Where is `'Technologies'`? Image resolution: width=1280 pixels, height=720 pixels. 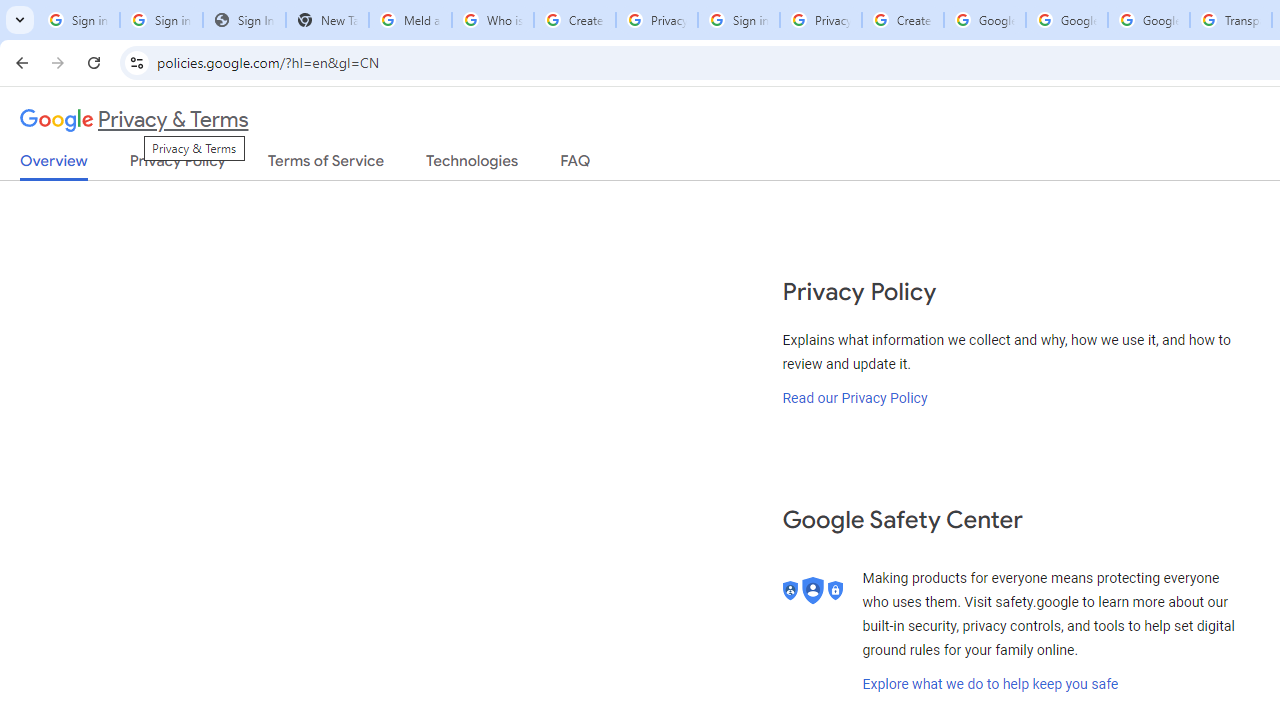 'Technologies' is located at coordinates (471, 164).